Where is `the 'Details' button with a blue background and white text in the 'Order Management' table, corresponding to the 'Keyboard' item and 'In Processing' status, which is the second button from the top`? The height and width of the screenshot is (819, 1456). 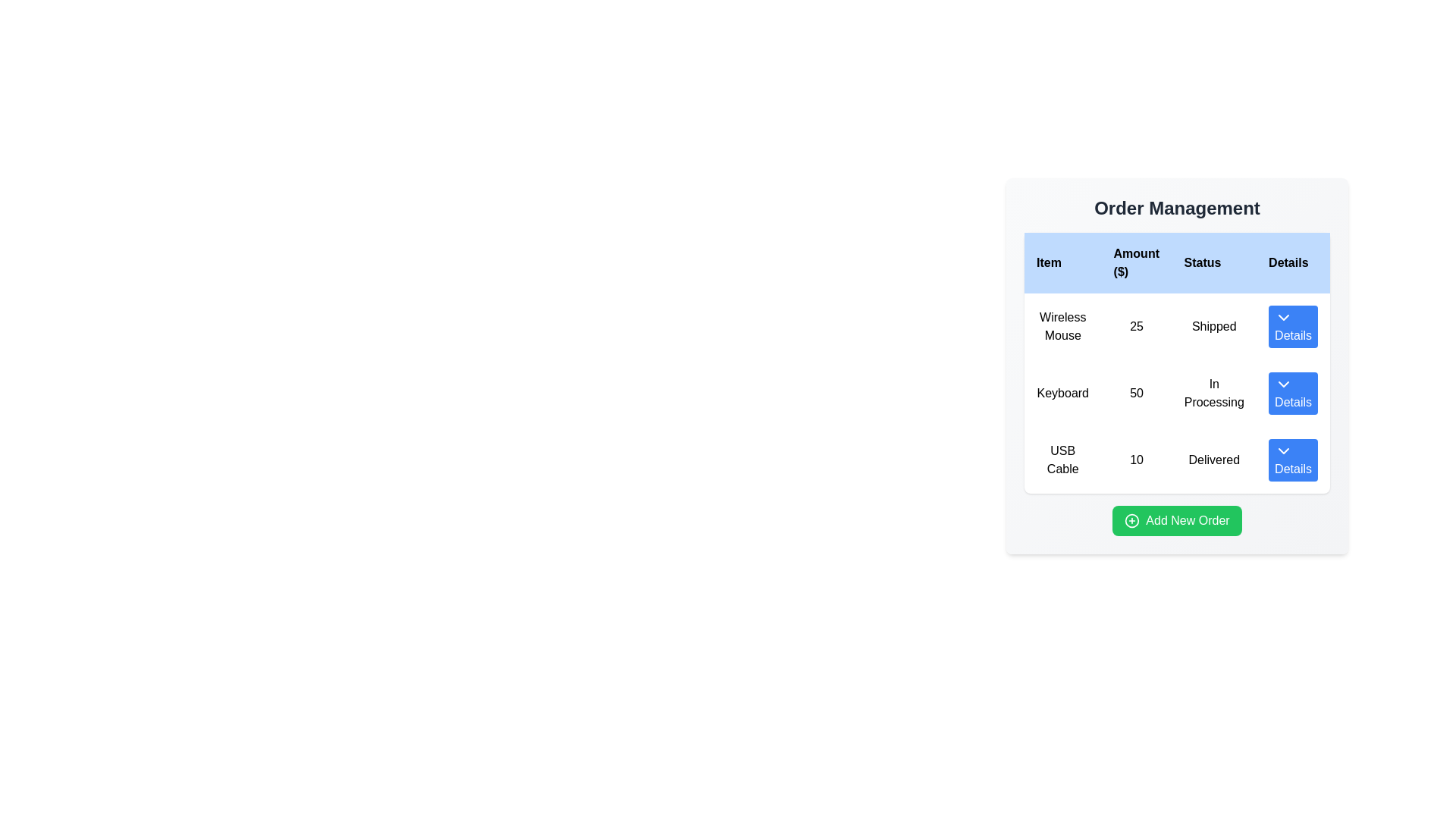 the 'Details' button with a blue background and white text in the 'Order Management' table, corresponding to the 'Keyboard' item and 'In Processing' status, which is the second button from the top is located at coordinates (1292, 393).